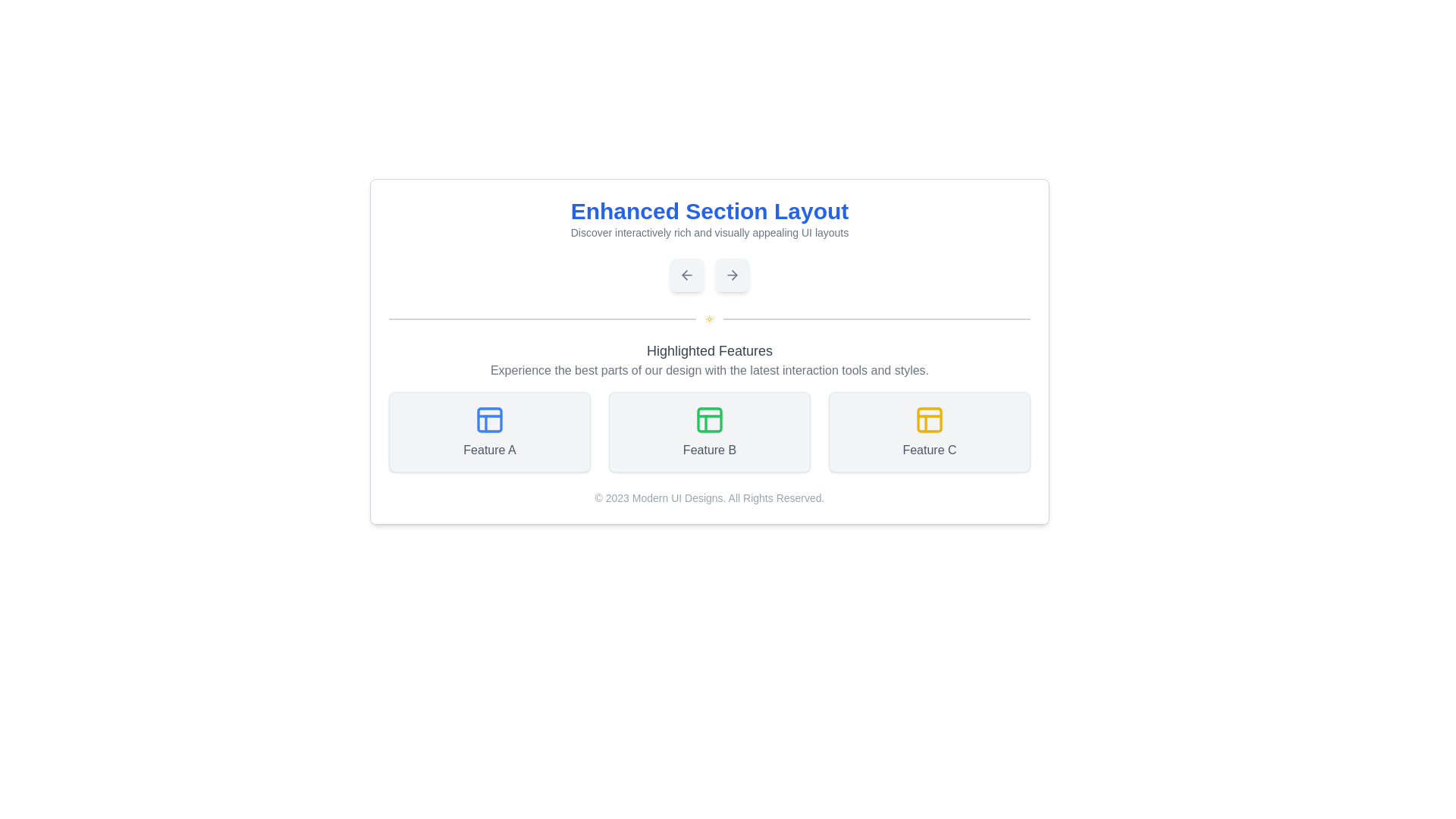 The height and width of the screenshot is (819, 1456). What do you see at coordinates (734, 275) in the screenshot?
I see `the rightward arrow icon within the navigation button` at bounding box center [734, 275].